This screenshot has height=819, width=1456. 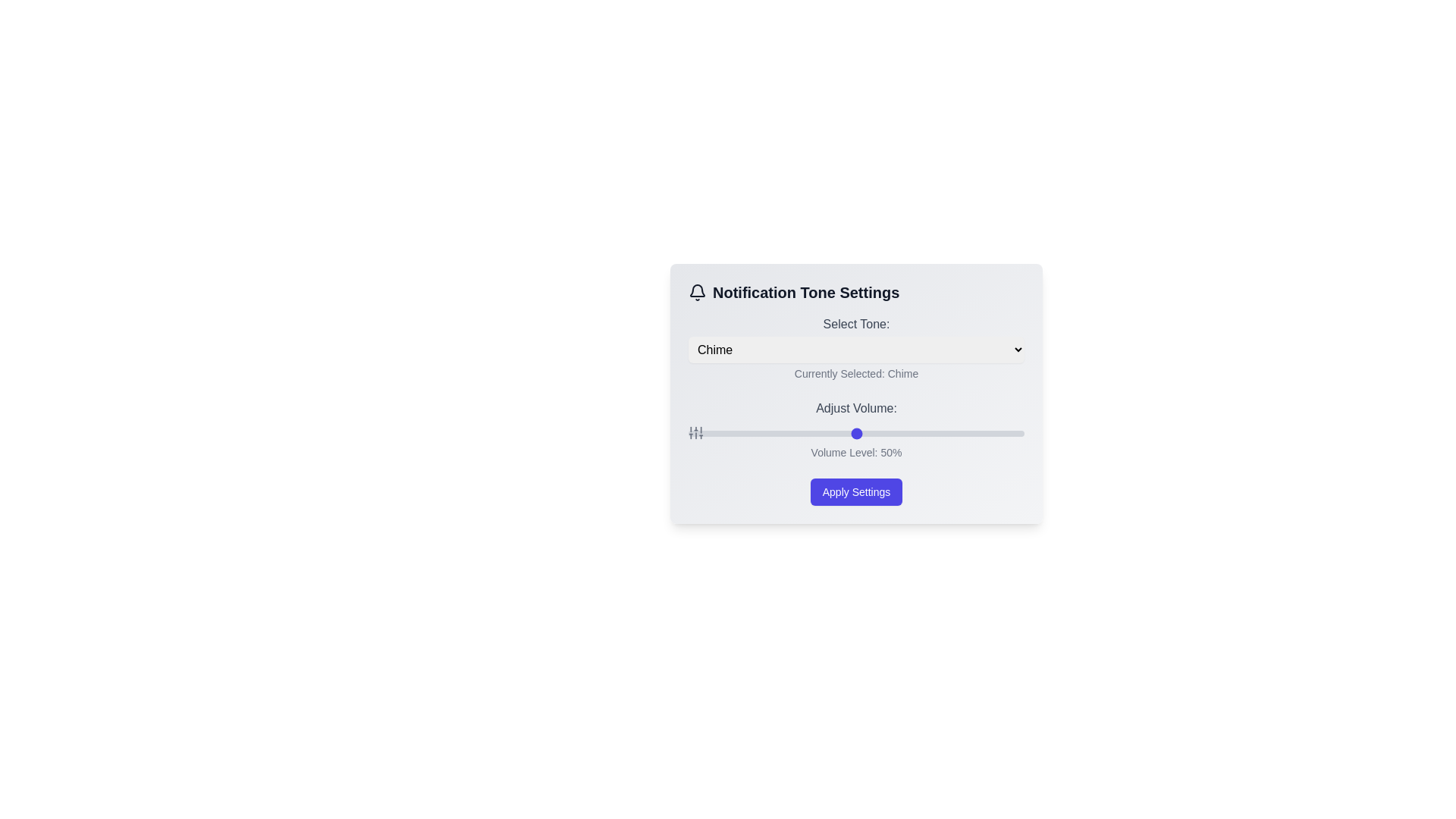 What do you see at coordinates (856, 350) in the screenshot?
I see `an option from the 'Chime' dropdown menu, which is styled with a light gray background and is located in the 'Select Tone' section of the 'Notification Tone Settings' panel` at bounding box center [856, 350].